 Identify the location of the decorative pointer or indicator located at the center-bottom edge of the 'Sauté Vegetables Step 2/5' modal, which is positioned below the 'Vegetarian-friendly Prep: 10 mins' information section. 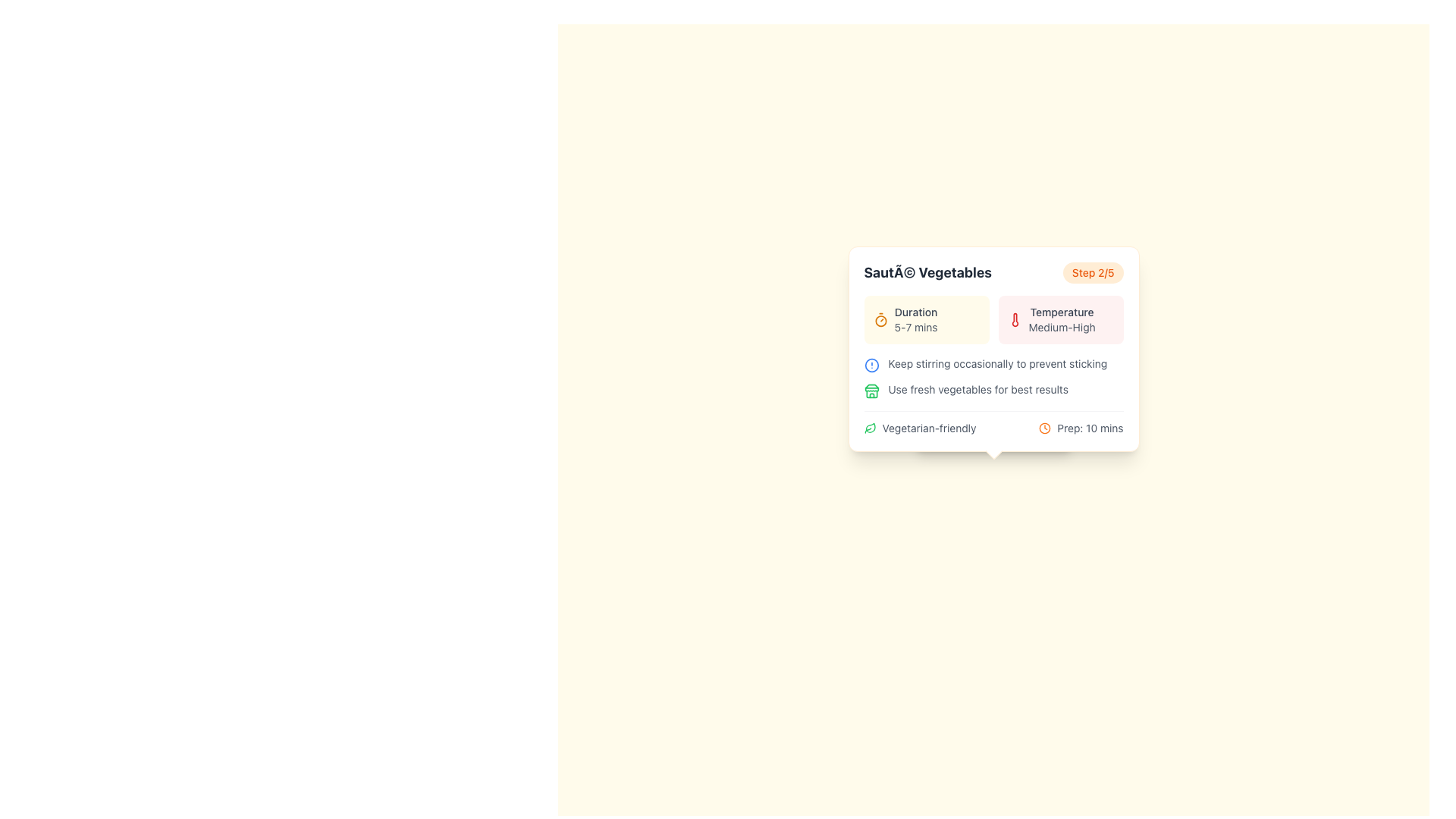
(993, 450).